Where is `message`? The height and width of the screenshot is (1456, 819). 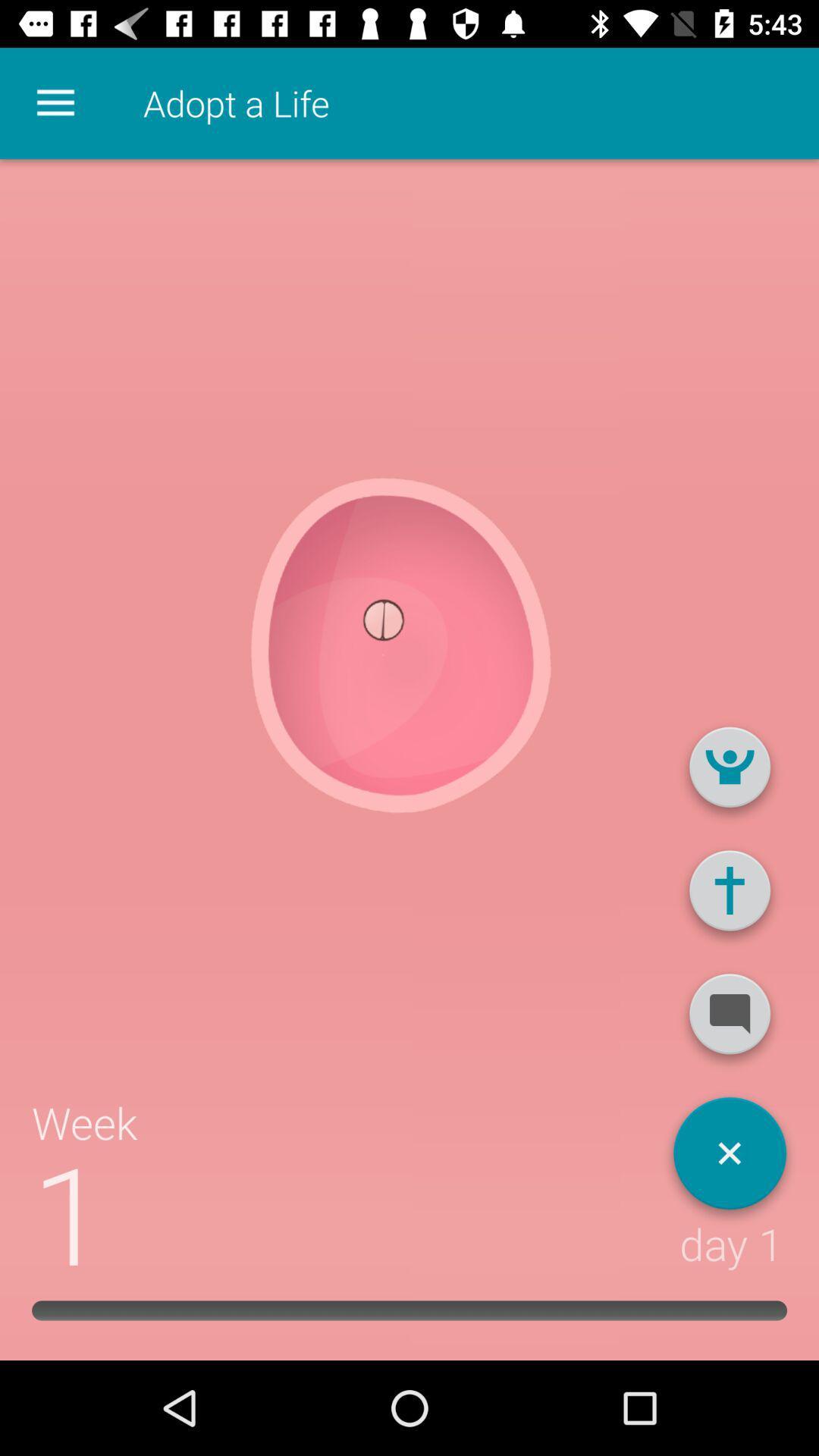
message is located at coordinates (729, 1020).